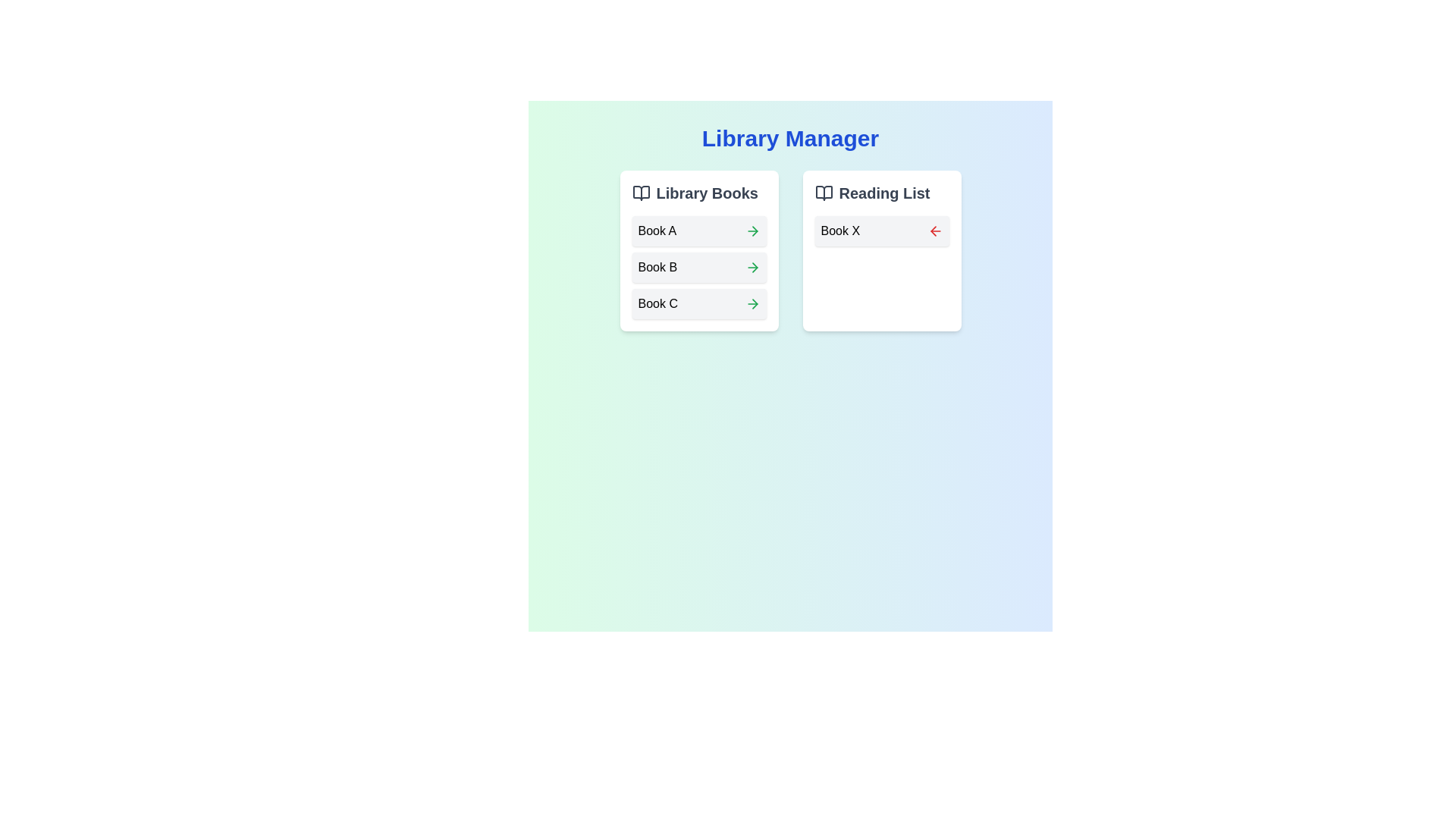 This screenshot has height=819, width=1456. Describe the element at coordinates (657, 267) in the screenshot. I see `the text label displaying 'Book B' which is located in the 'Library Books' section, between 'Book A' and 'Book C', on a light-gray background` at that location.